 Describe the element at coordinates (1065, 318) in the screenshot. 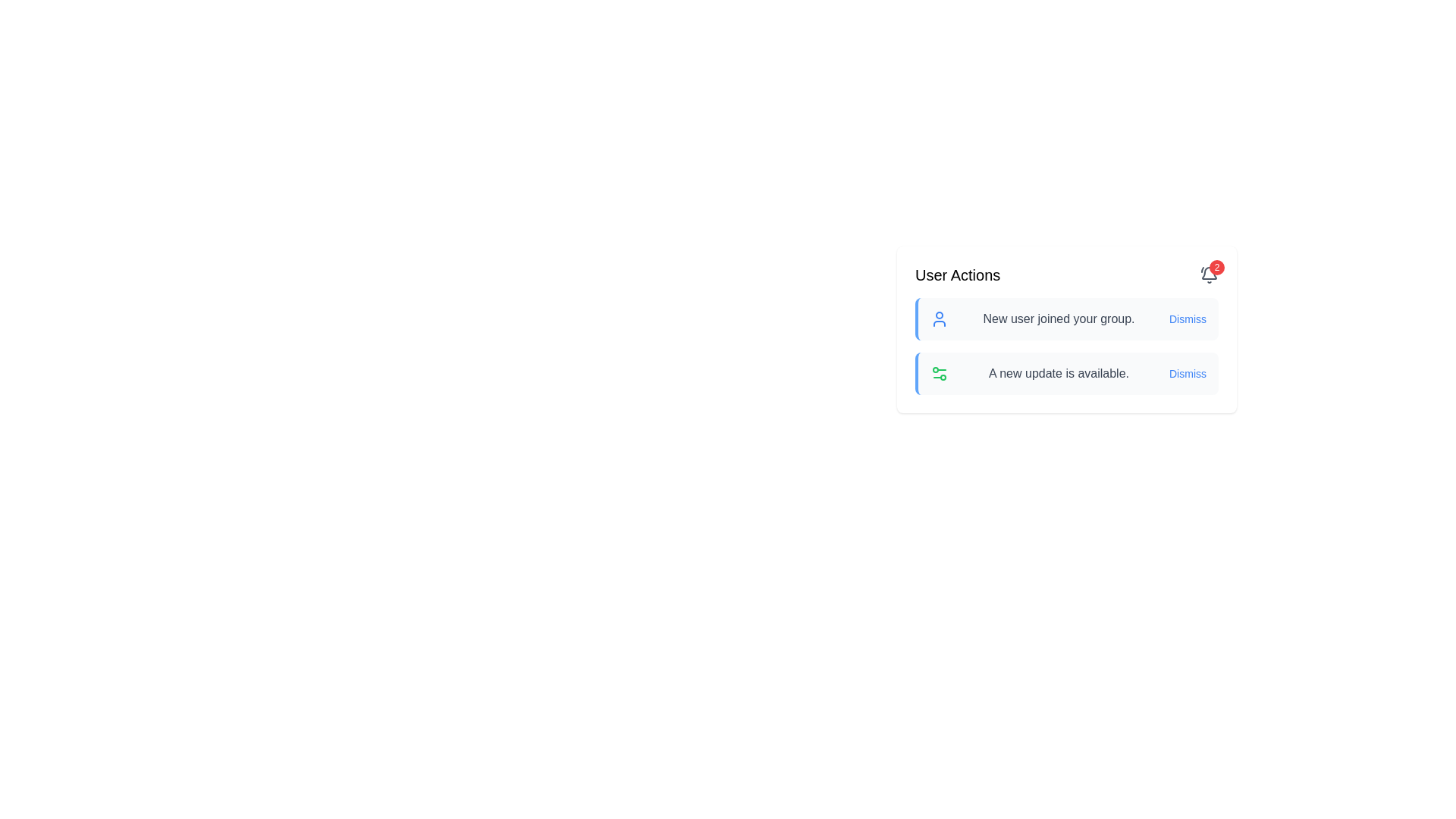

I see `the first notification item styled with a light gray background, featuring a blue border and a 'Dismiss' link` at that location.